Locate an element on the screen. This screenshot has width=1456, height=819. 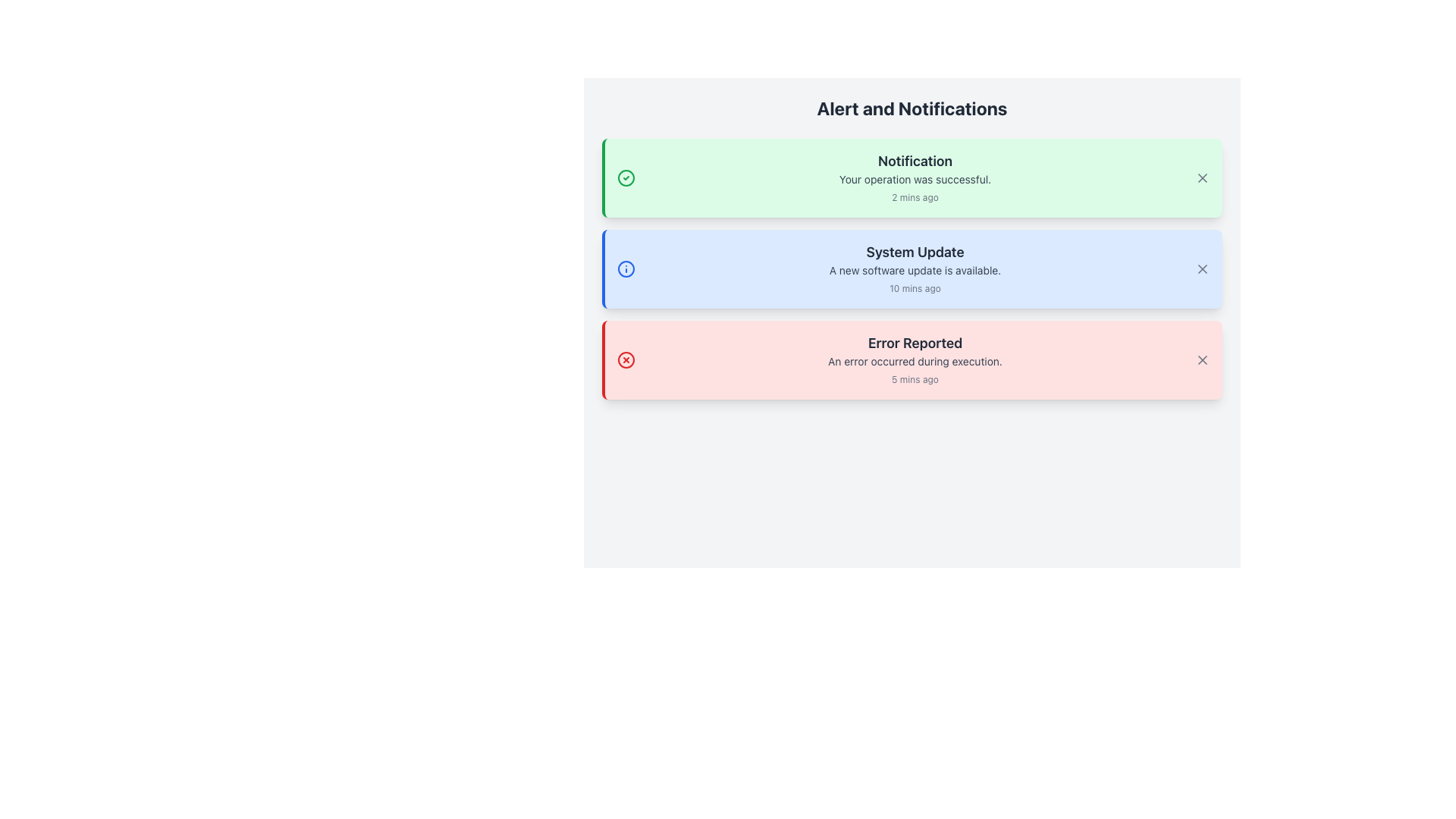
the cross-shaped red outlined button located in the top-right corner of the pink 'Error Reported' notification card is located at coordinates (1201, 359).